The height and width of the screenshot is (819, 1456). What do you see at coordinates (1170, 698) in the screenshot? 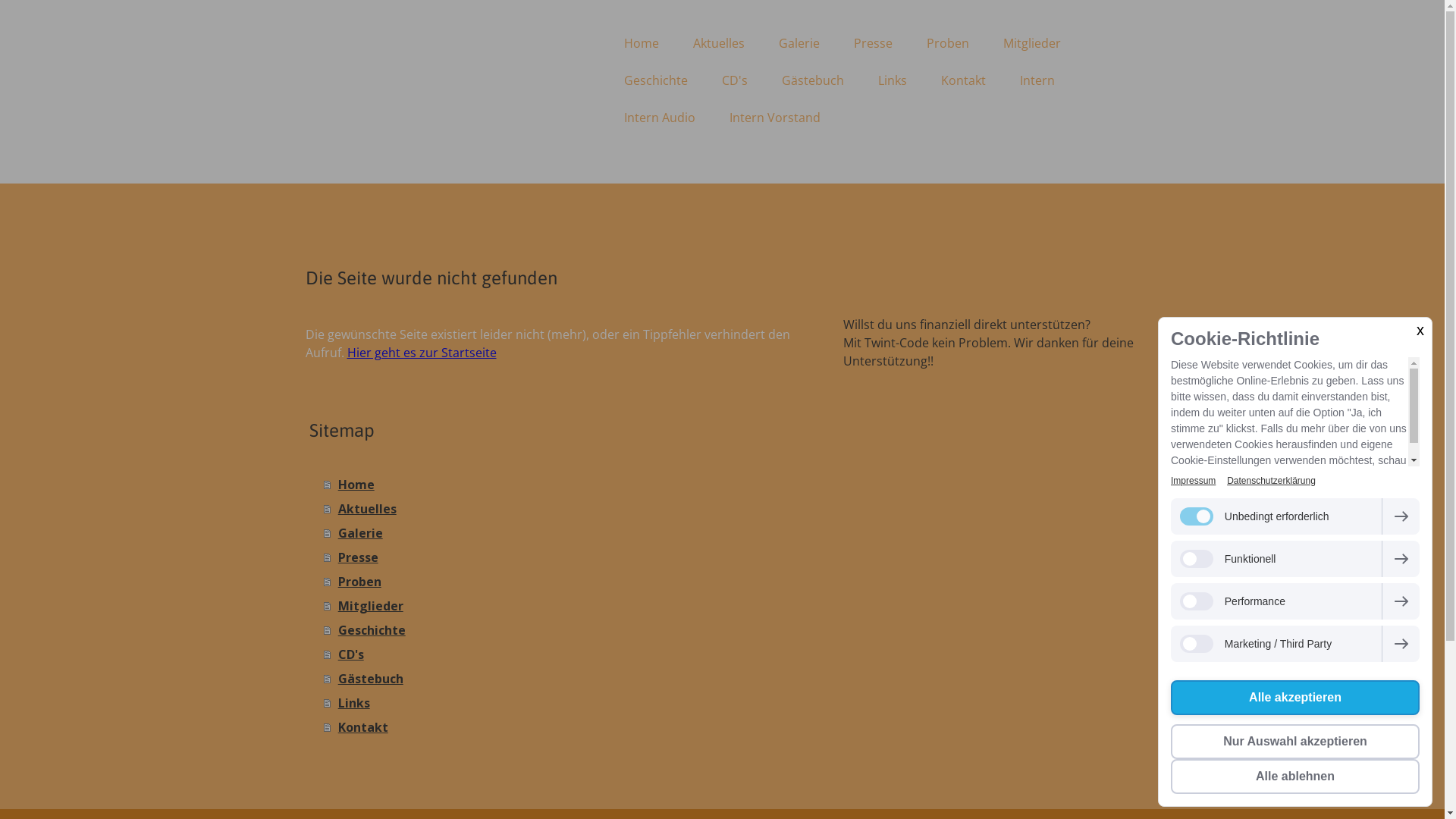
I see `'Alle akzeptieren'` at bounding box center [1170, 698].